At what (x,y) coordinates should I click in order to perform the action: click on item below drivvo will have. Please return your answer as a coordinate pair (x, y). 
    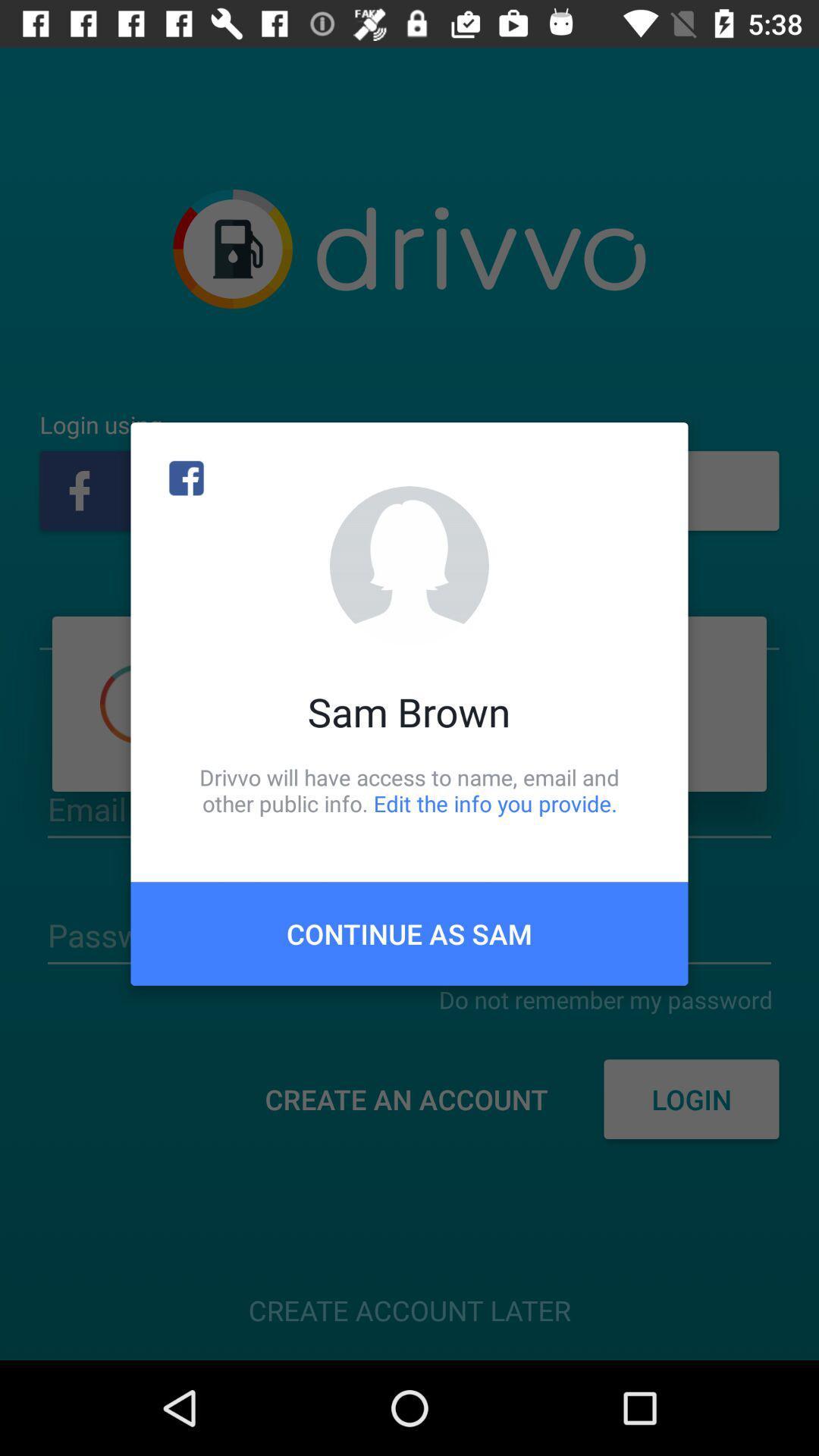
    Looking at the image, I should click on (409, 933).